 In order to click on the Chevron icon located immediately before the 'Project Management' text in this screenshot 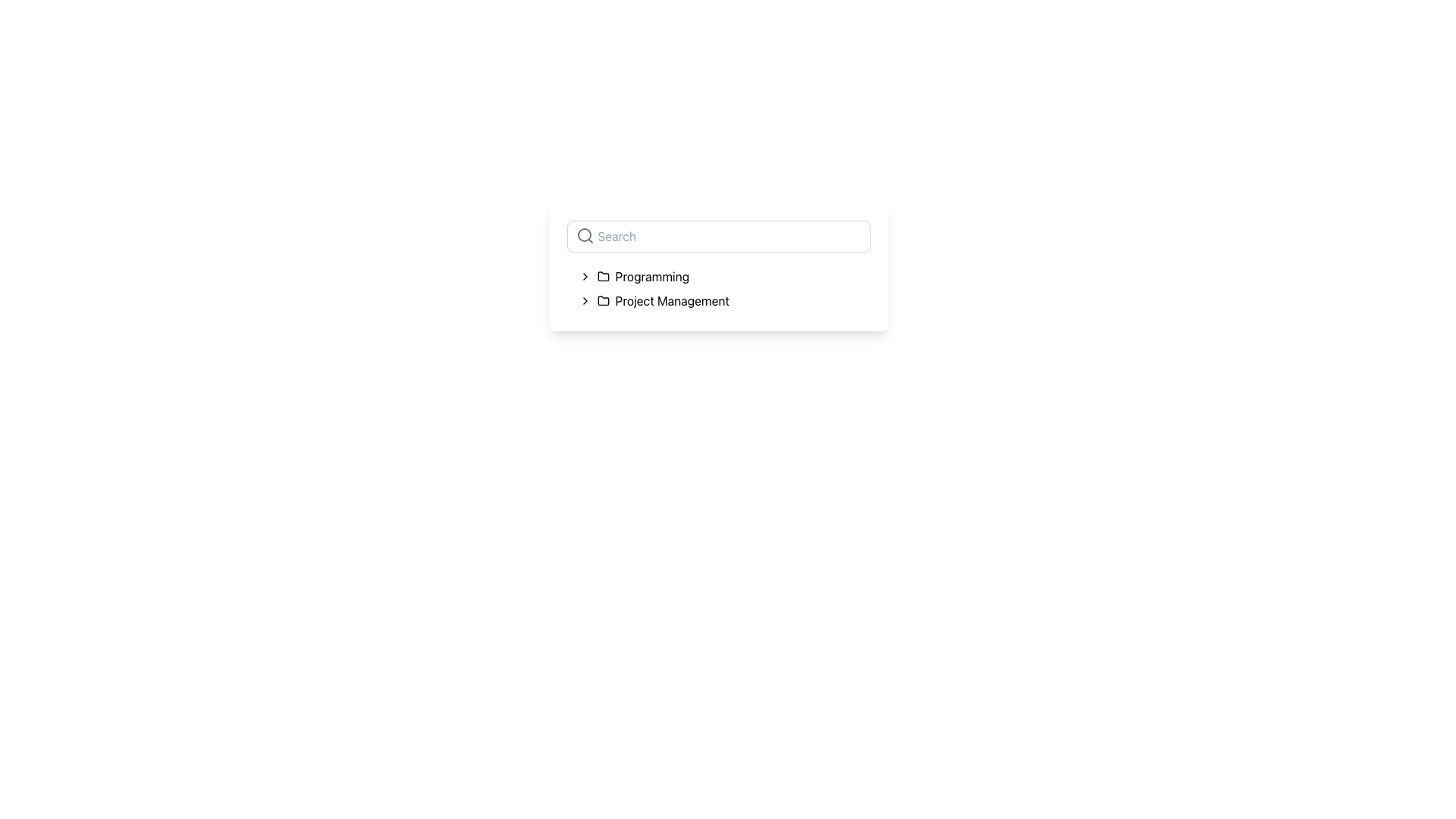, I will do `click(584, 301)`.